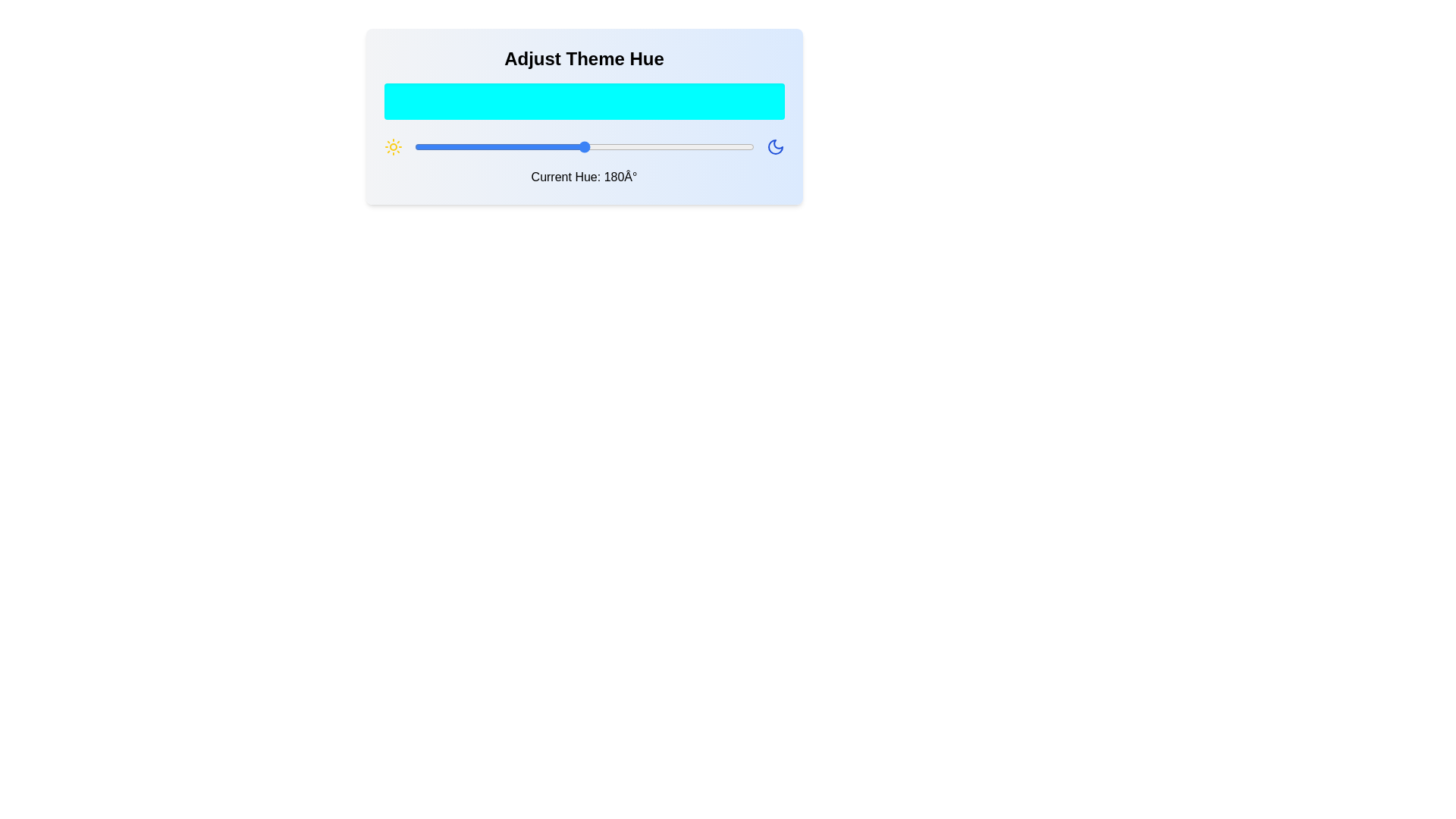 The image size is (1456, 819). Describe the element at coordinates (483, 146) in the screenshot. I see `the hue slider to set the hue to 74 degrees` at that location.